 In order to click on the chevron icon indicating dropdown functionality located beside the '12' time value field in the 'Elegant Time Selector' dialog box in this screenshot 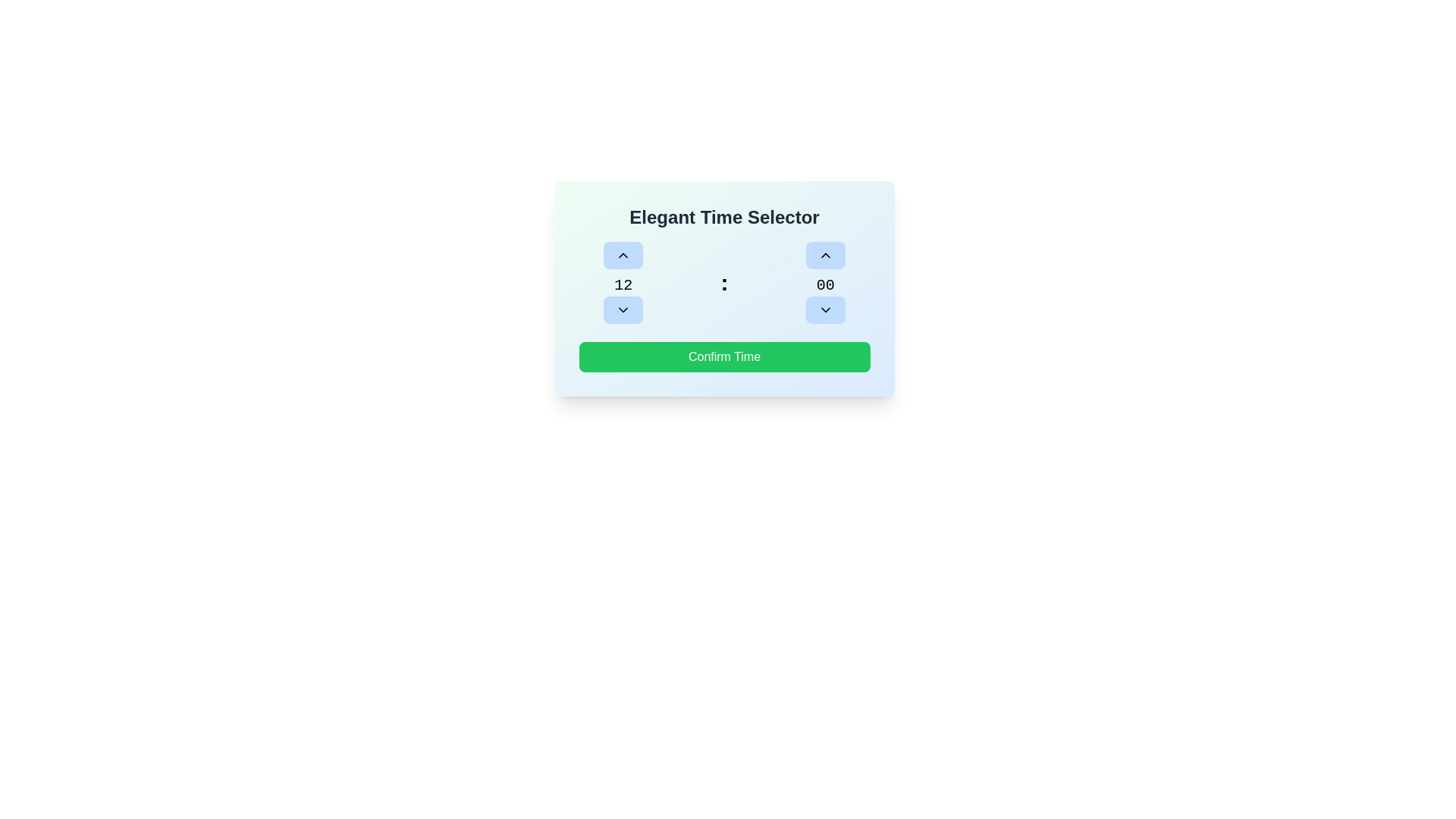, I will do `click(623, 309)`.